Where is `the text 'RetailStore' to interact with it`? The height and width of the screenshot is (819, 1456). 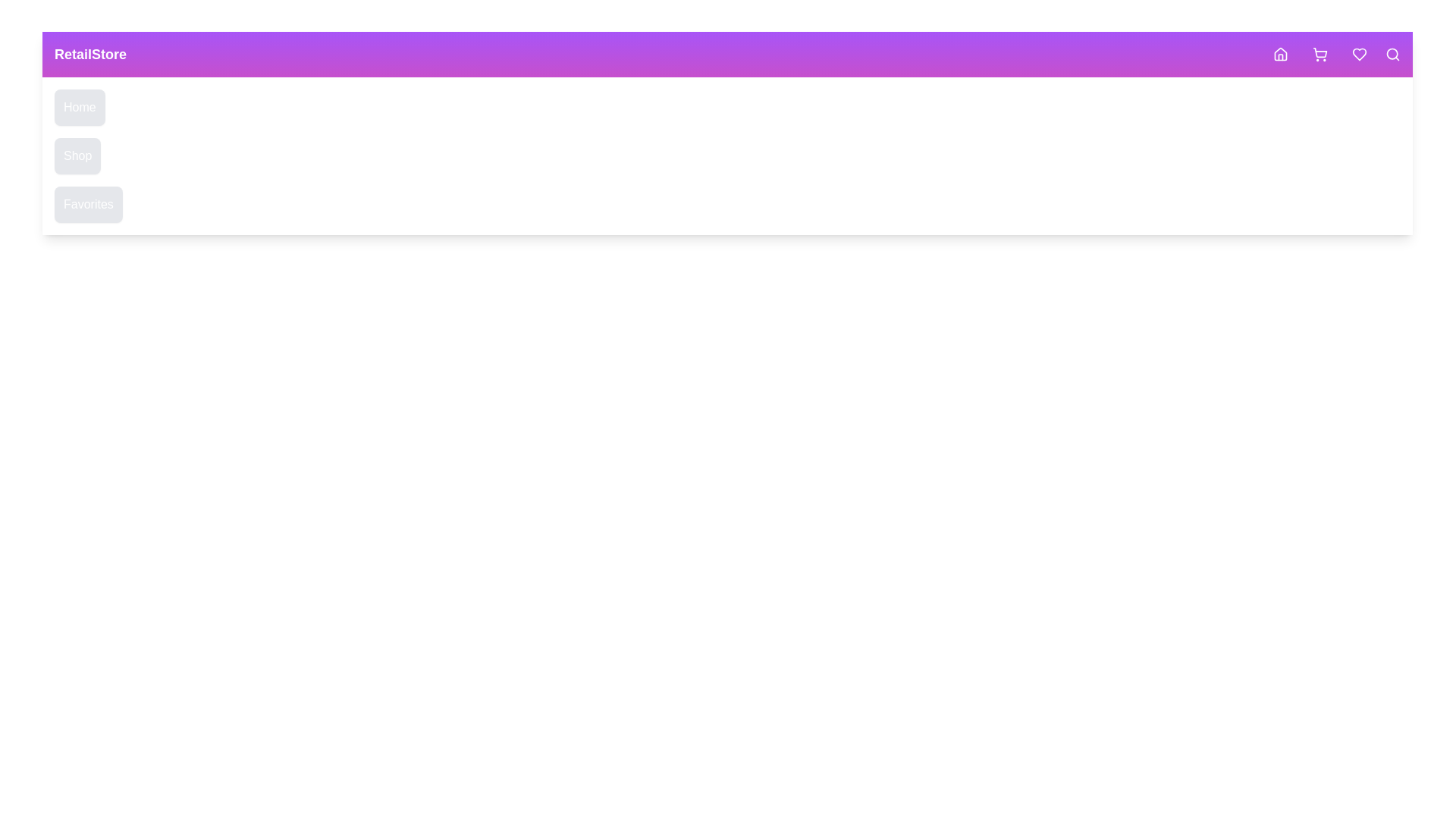 the text 'RetailStore' to interact with it is located at coordinates (89, 54).